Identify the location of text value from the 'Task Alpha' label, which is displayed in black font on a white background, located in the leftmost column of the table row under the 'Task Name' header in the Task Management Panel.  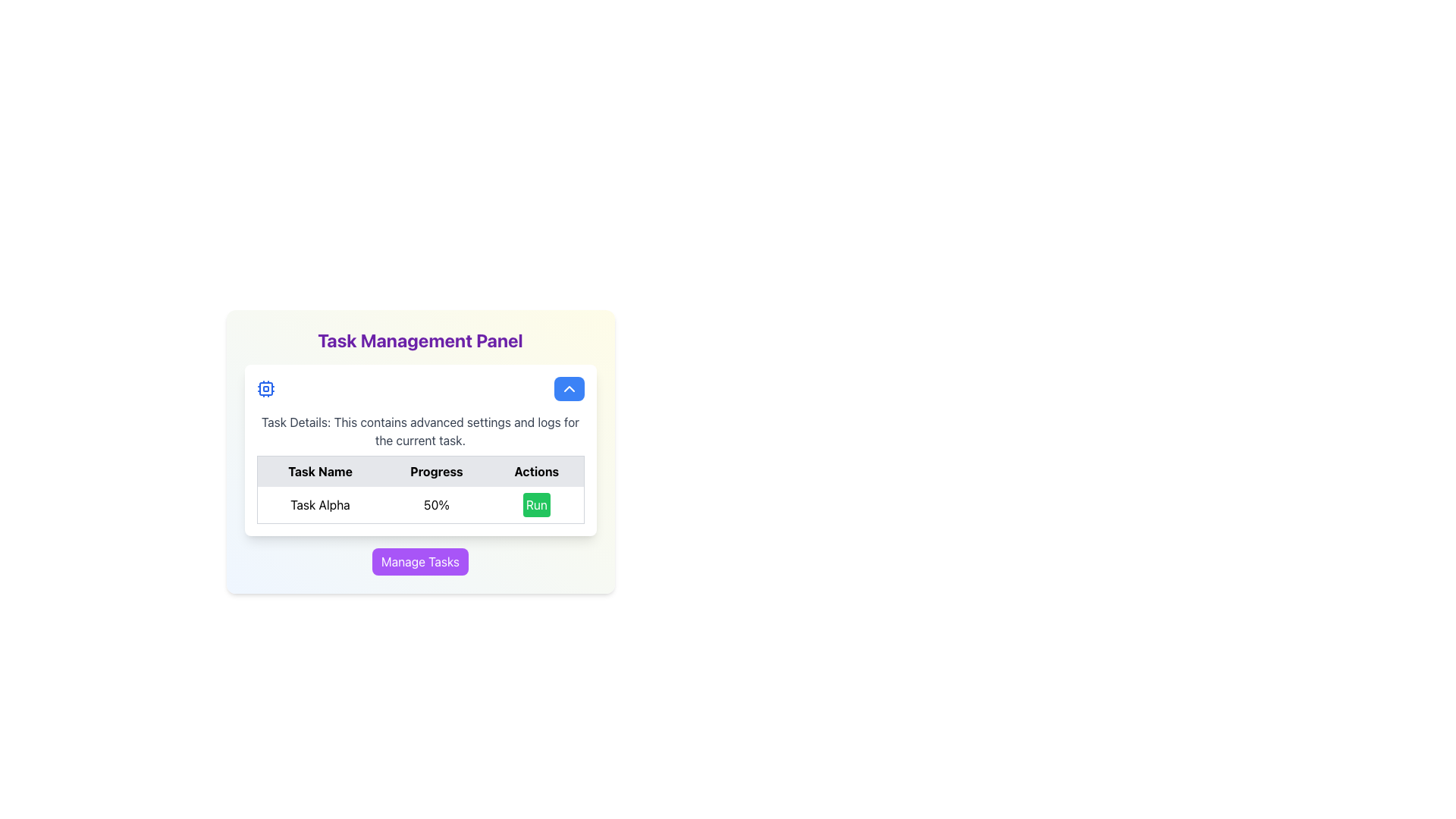
(319, 505).